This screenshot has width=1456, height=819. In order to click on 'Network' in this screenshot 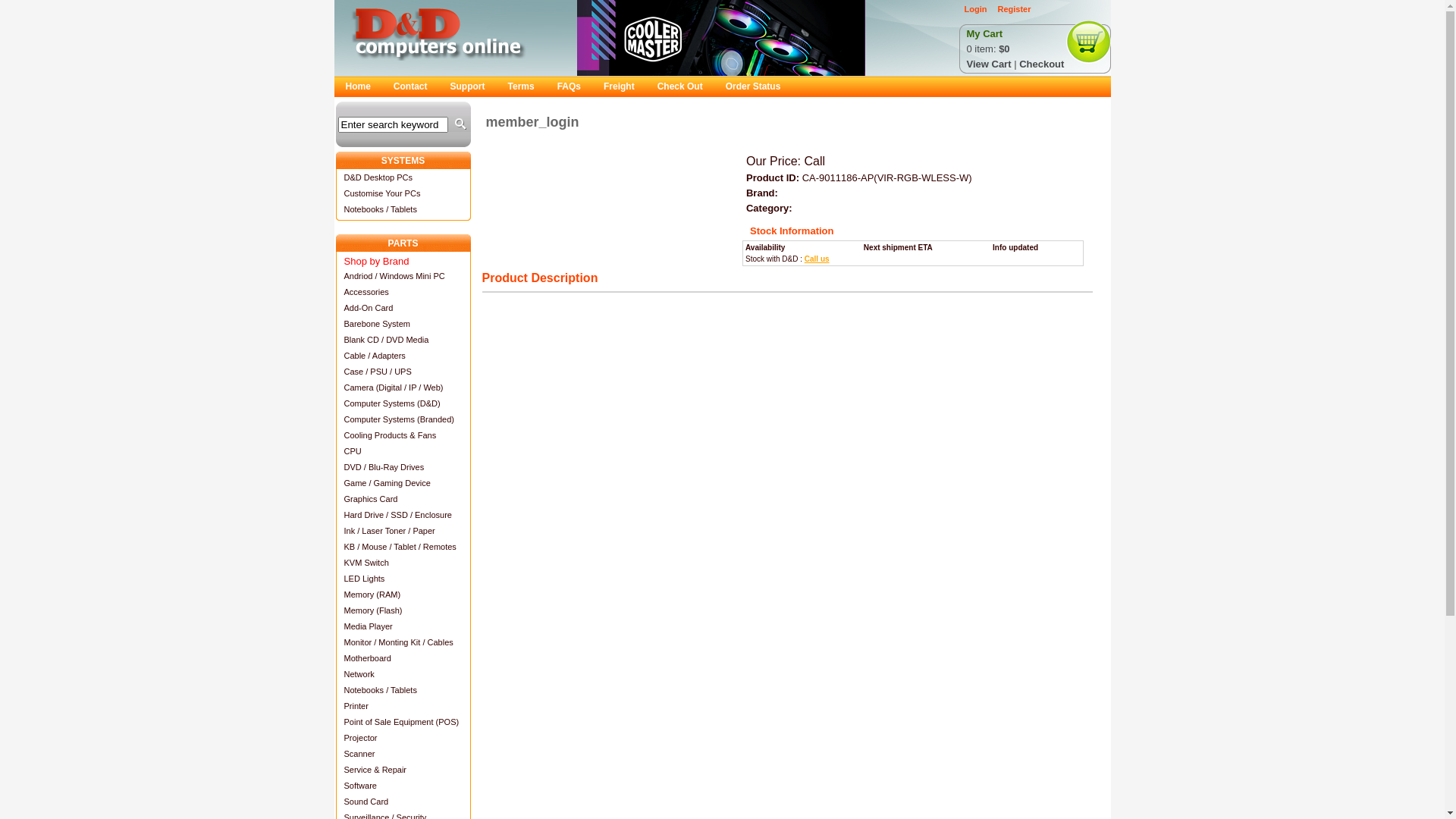, I will do `click(403, 673)`.